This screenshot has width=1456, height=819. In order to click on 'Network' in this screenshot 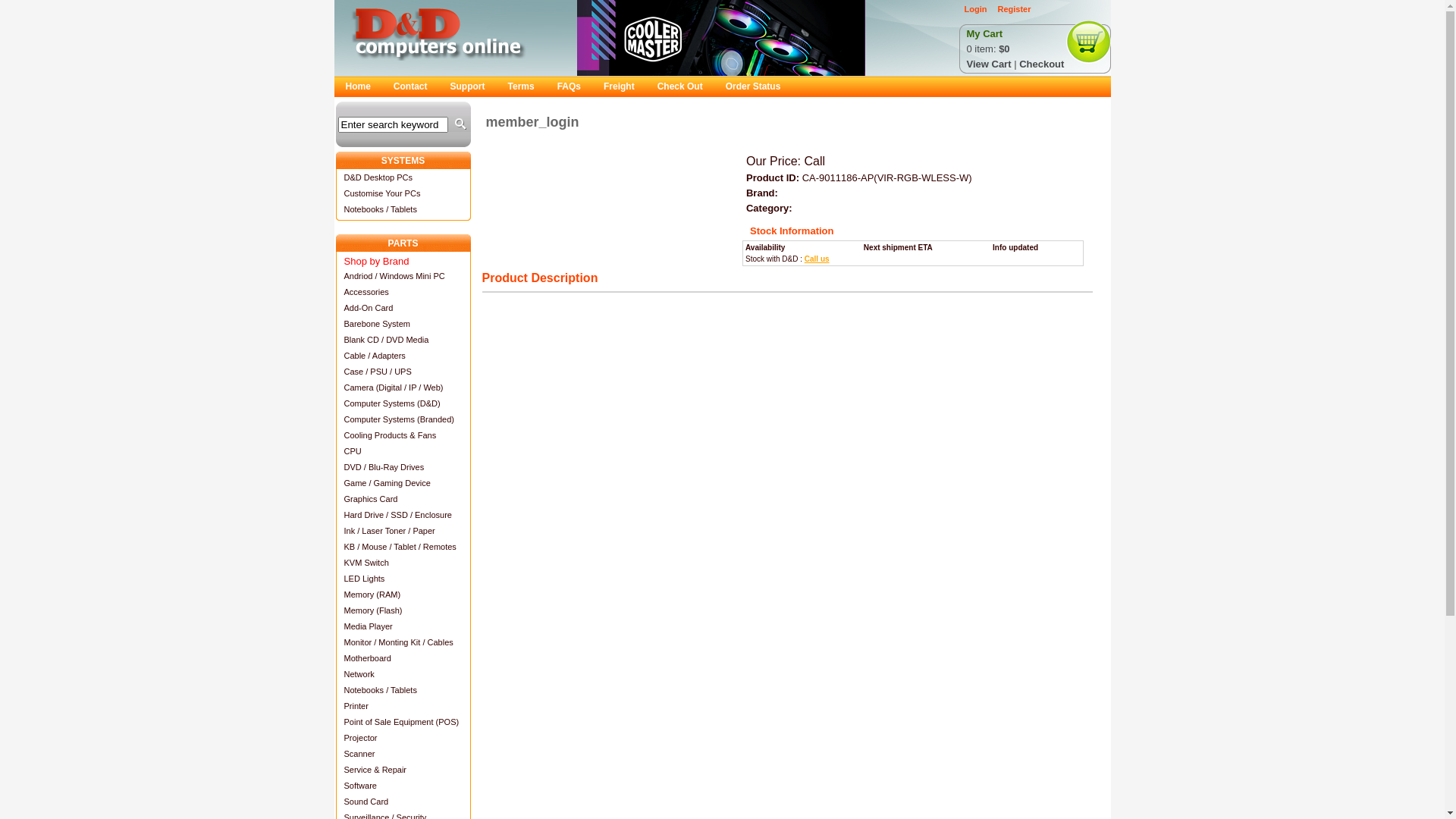, I will do `click(403, 673)`.